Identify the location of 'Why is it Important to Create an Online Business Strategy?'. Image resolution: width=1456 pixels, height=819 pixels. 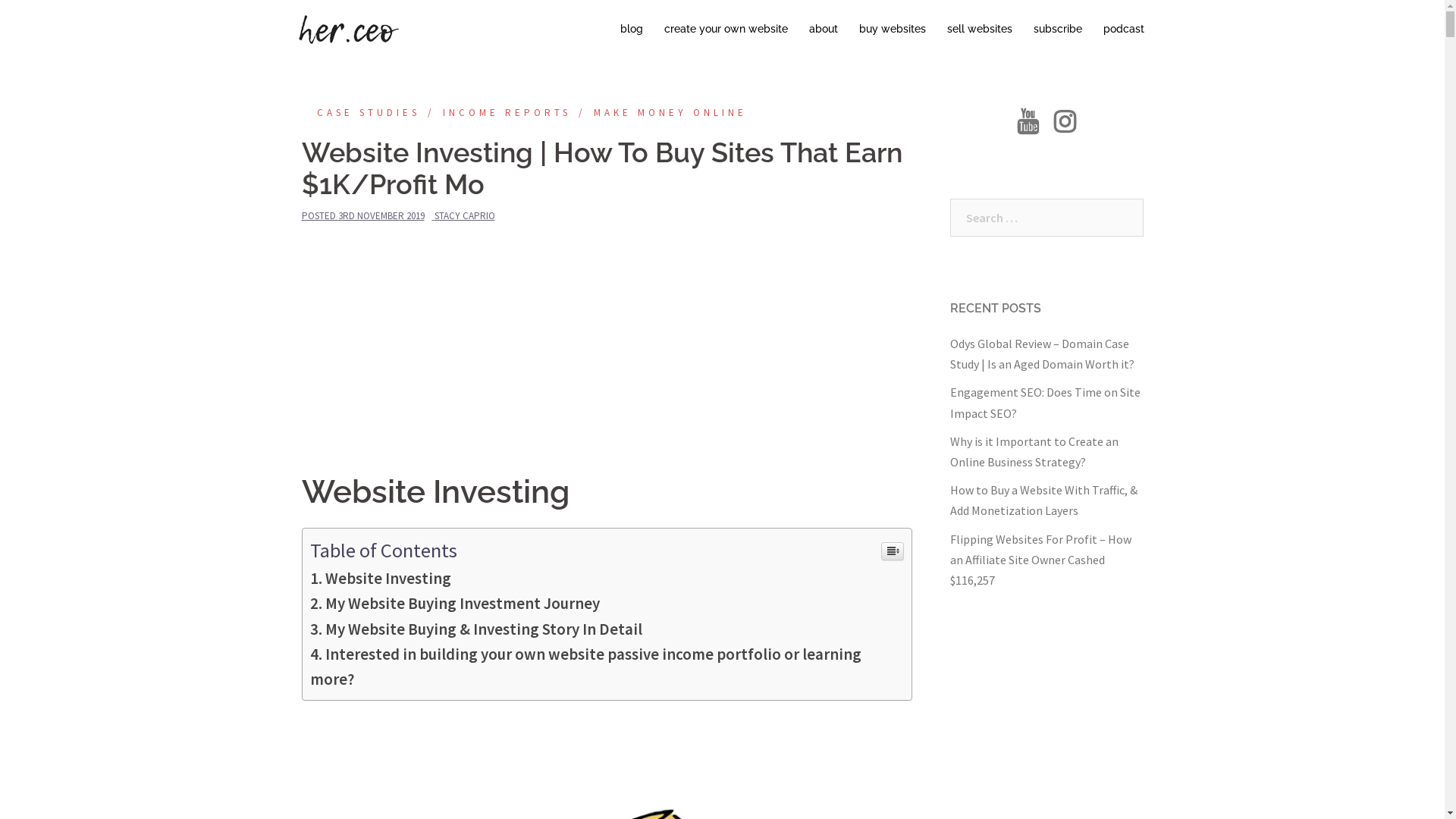
(1033, 450).